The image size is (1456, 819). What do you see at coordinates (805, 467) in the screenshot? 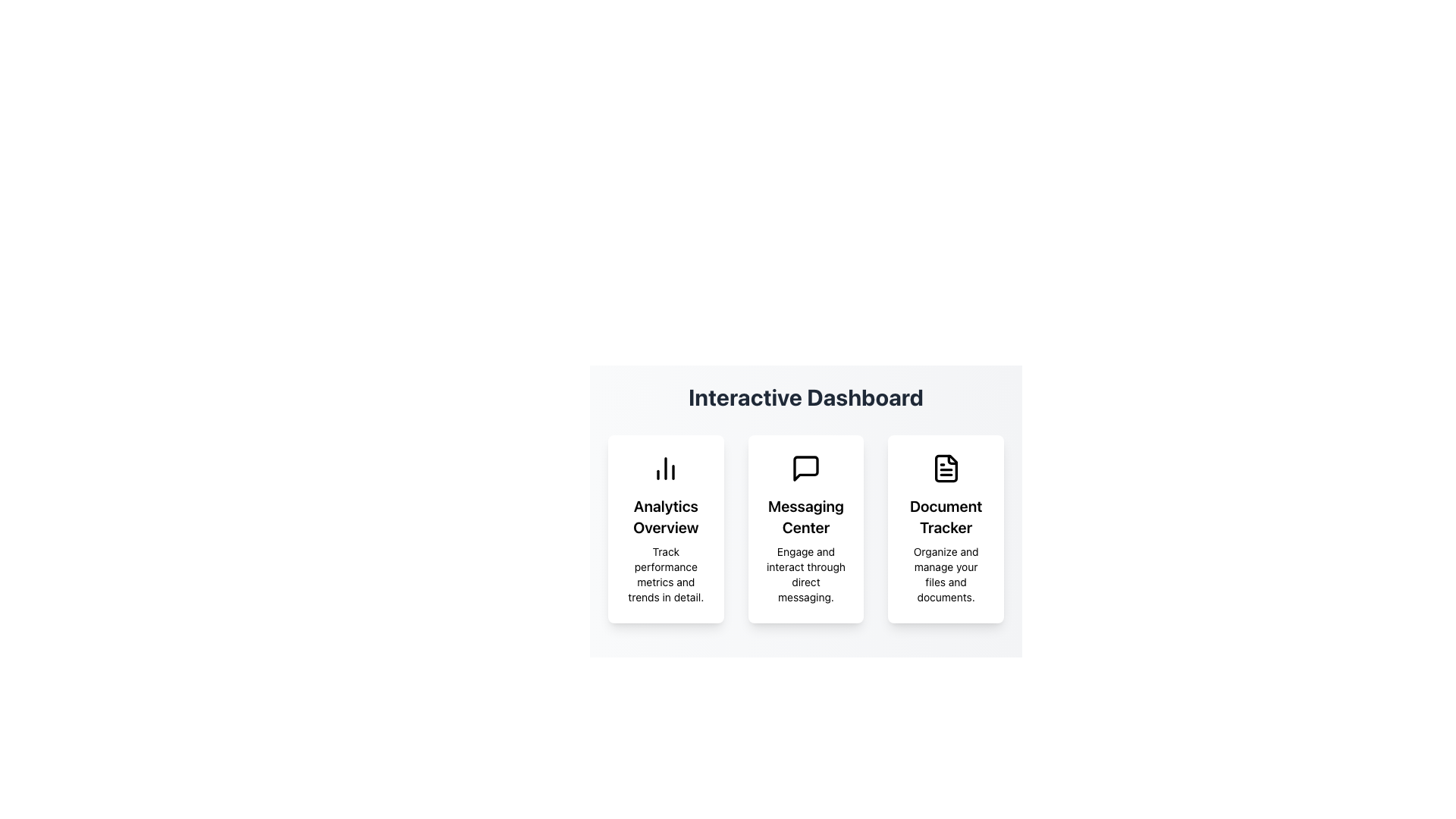
I see `the chat bubble icon located in the 'Messaging Center' card, which is the central card among three horizontally aligned cards` at bounding box center [805, 467].